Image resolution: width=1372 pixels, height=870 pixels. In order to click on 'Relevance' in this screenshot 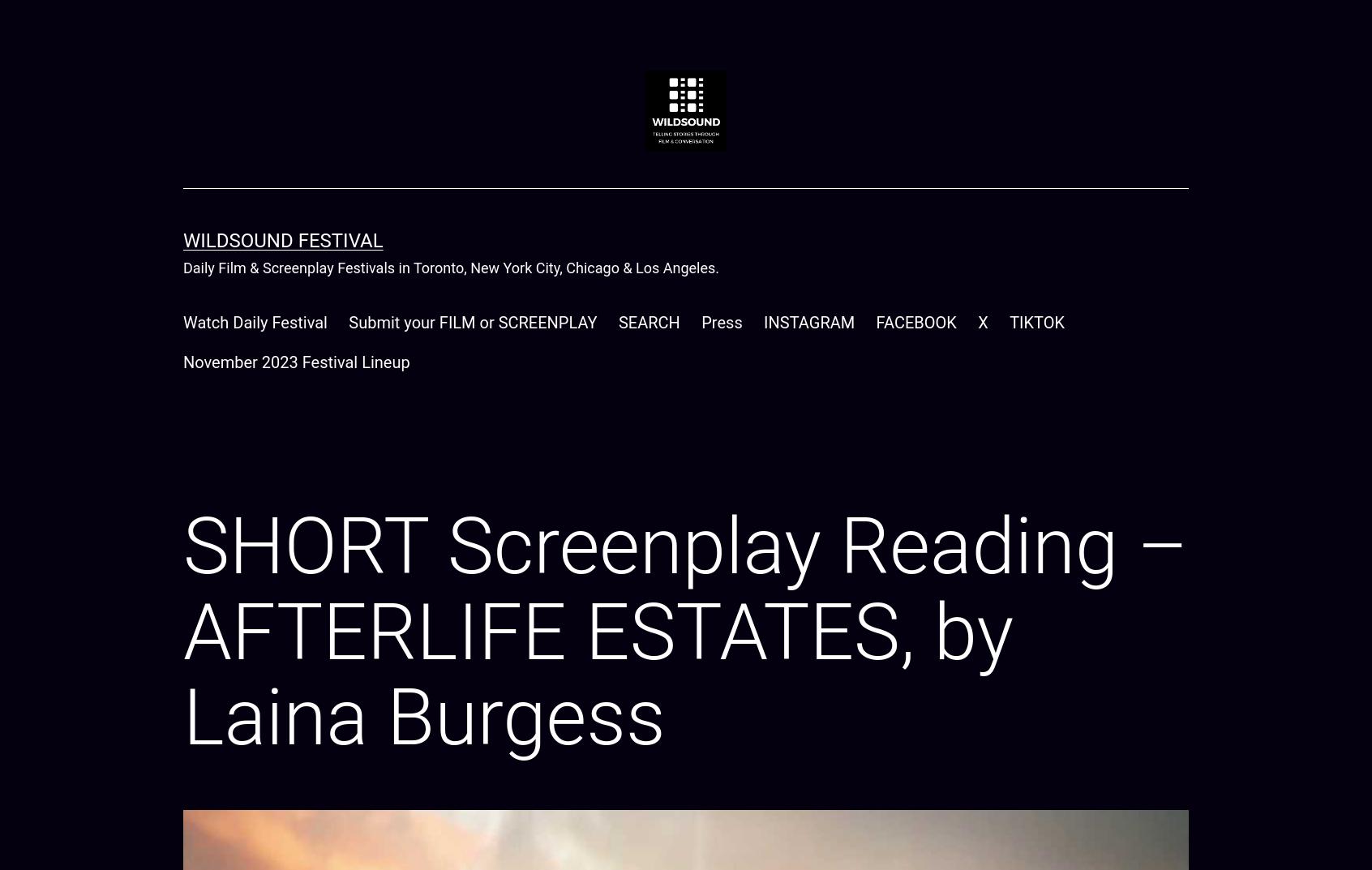, I will do `click(890, 108)`.